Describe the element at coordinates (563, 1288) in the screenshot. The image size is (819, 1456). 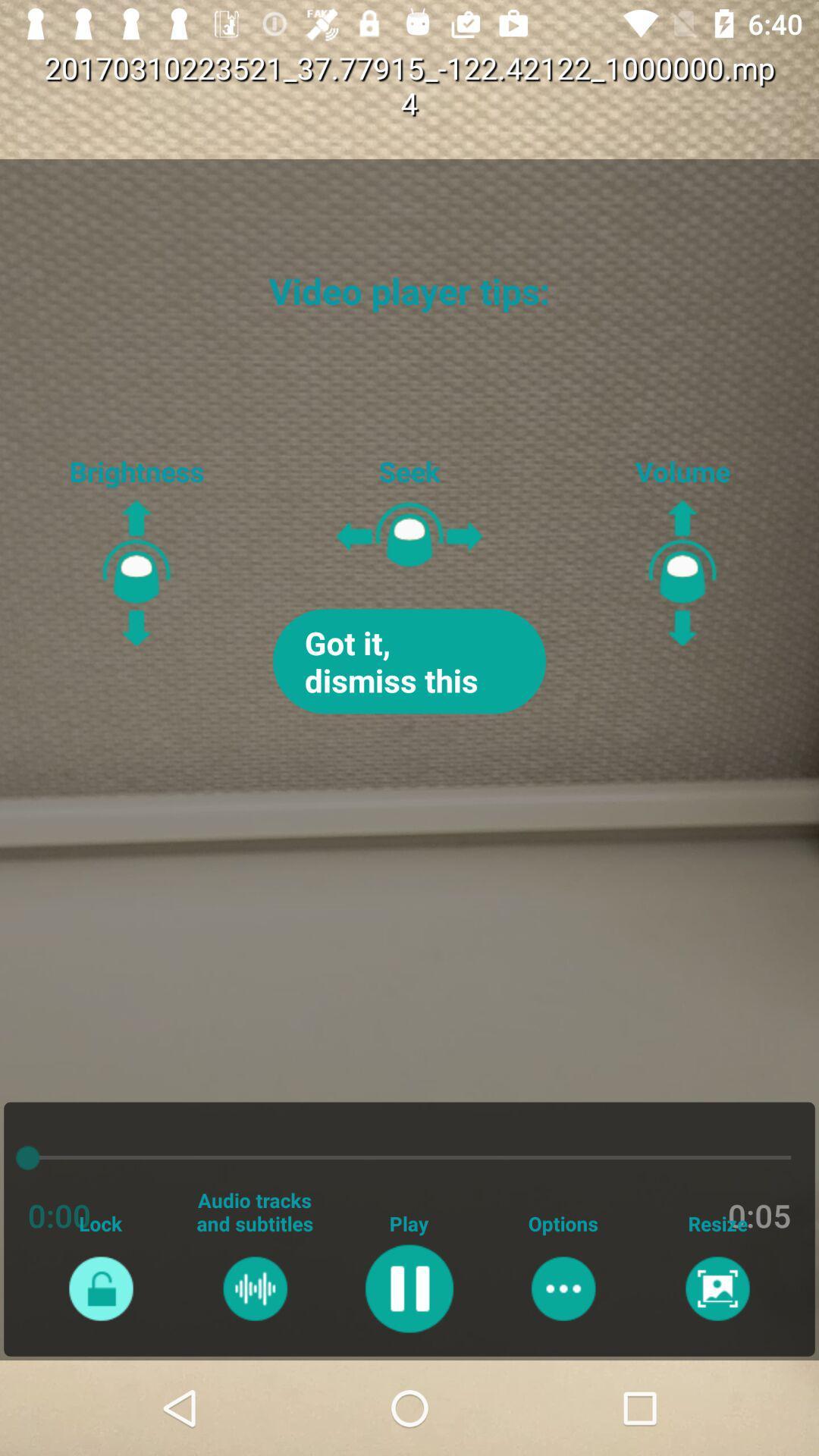
I see `options` at that location.